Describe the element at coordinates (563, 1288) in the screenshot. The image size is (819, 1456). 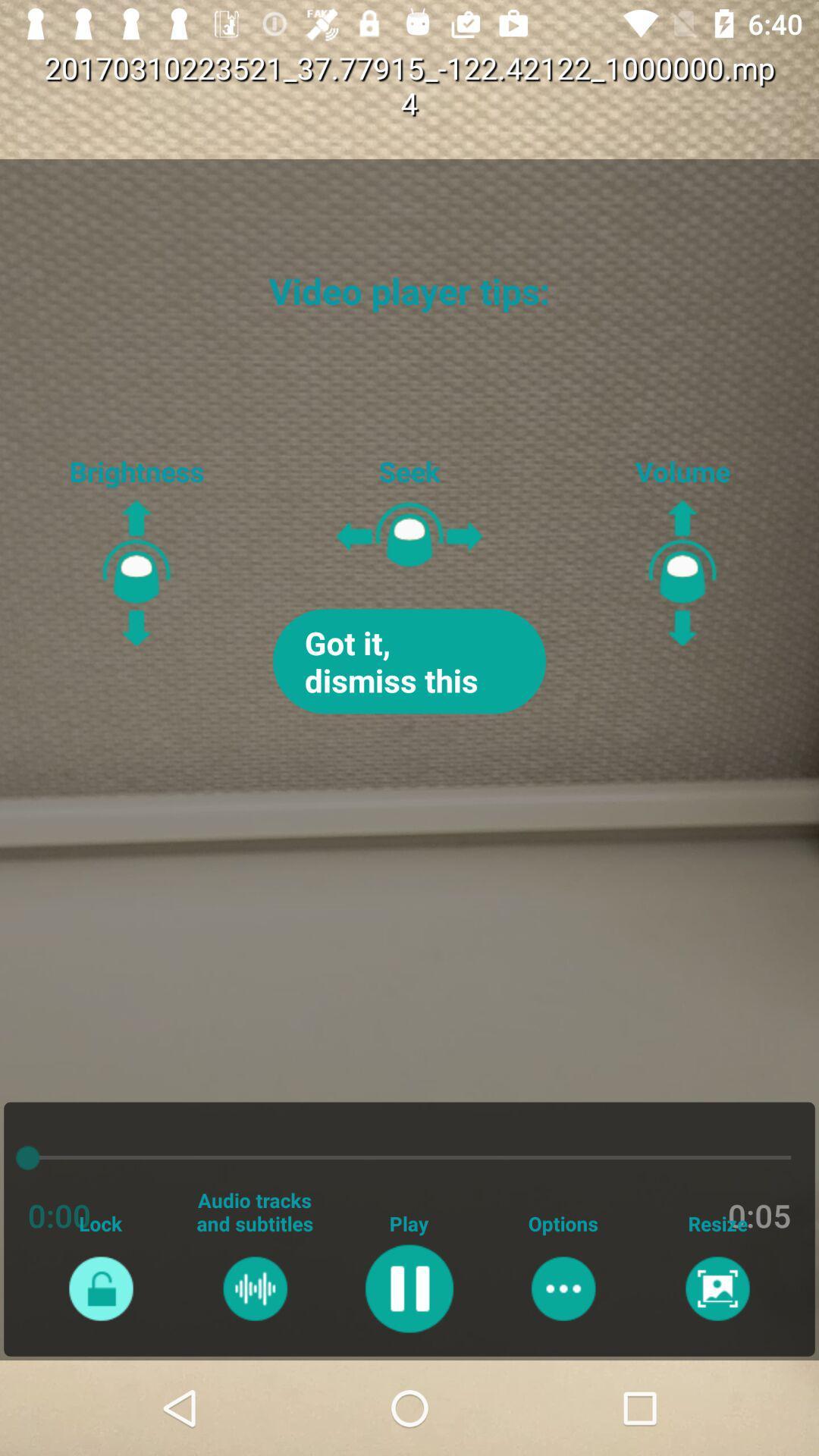
I see `options` at that location.